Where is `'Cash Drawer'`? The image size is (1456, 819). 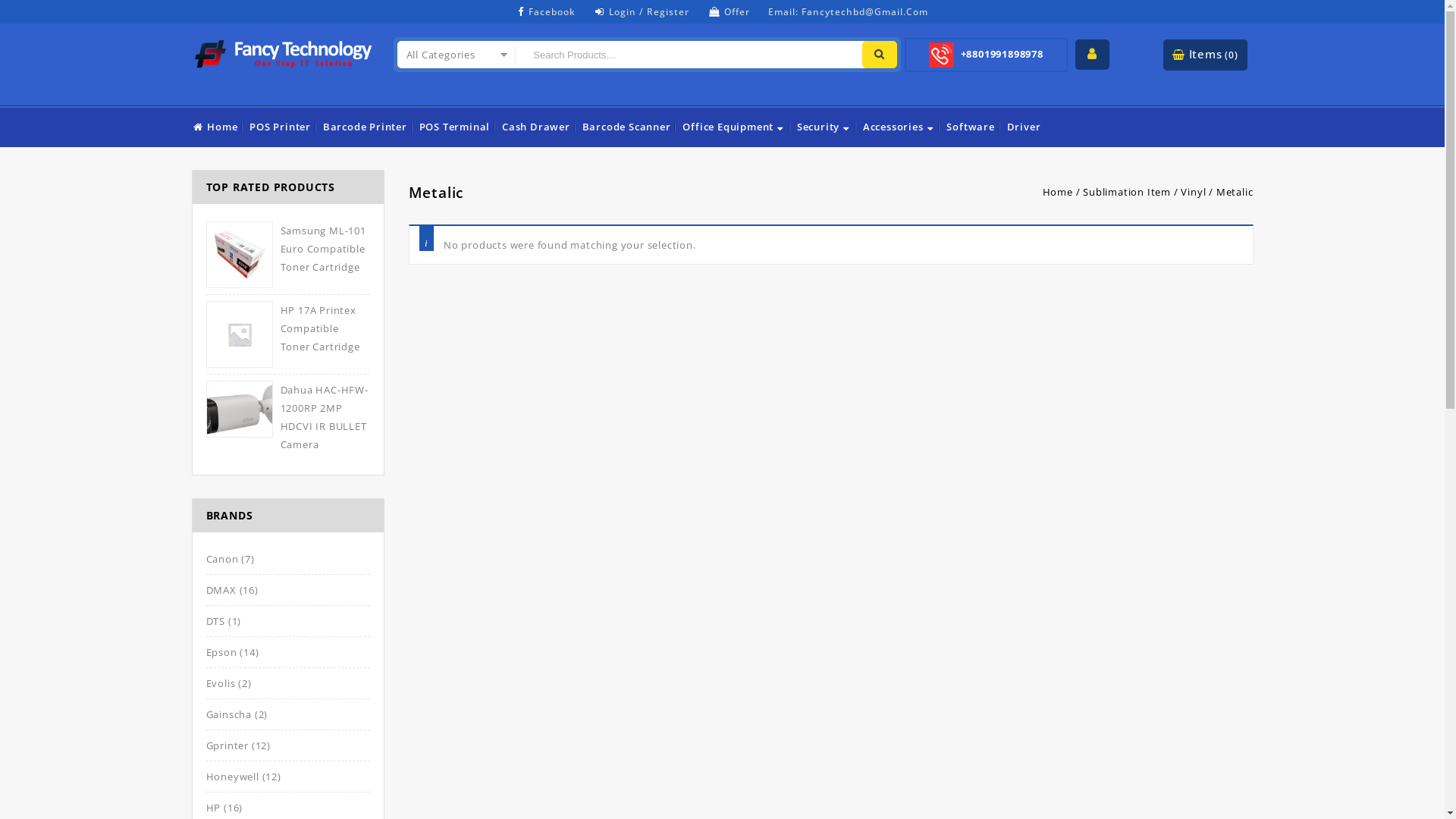 'Cash Drawer' is located at coordinates (535, 125).